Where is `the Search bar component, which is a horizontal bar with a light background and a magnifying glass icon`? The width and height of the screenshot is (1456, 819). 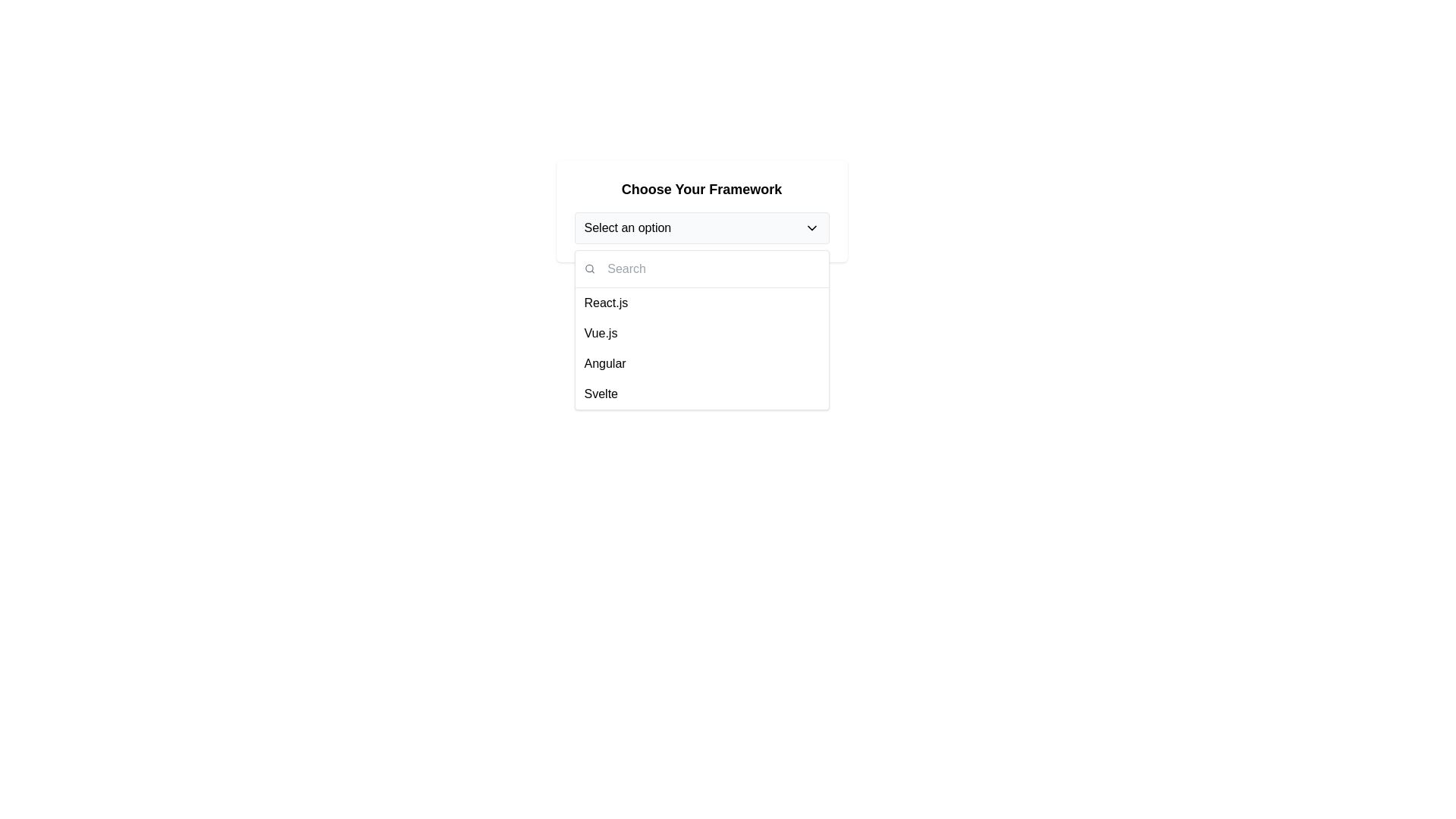 the Search bar component, which is a horizontal bar with a light background and a magnifying glass icon is located at coordinates (701, 268).